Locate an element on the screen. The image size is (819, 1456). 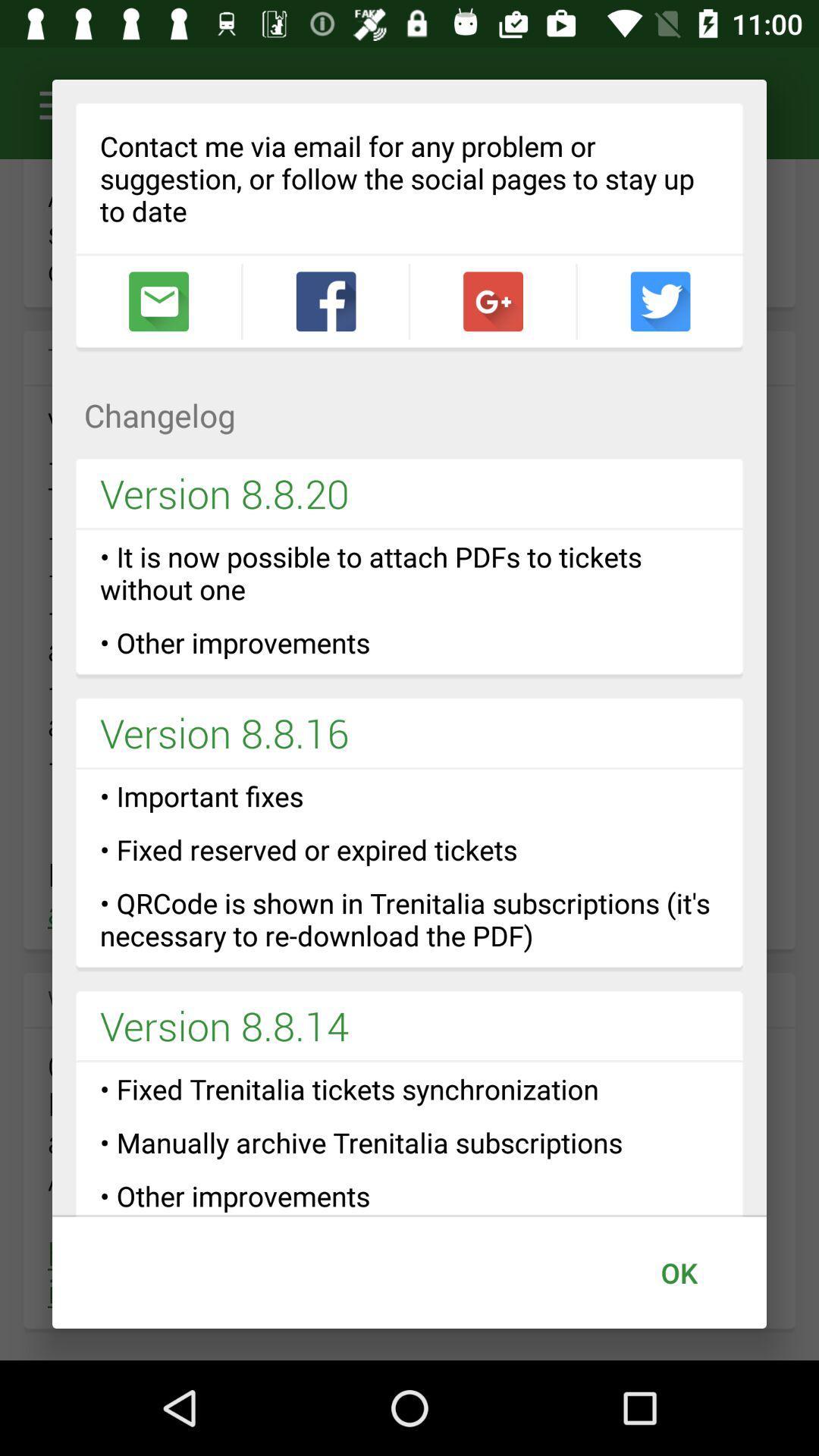
icon at the bottom right corner is located at coordinates (678, 1272).